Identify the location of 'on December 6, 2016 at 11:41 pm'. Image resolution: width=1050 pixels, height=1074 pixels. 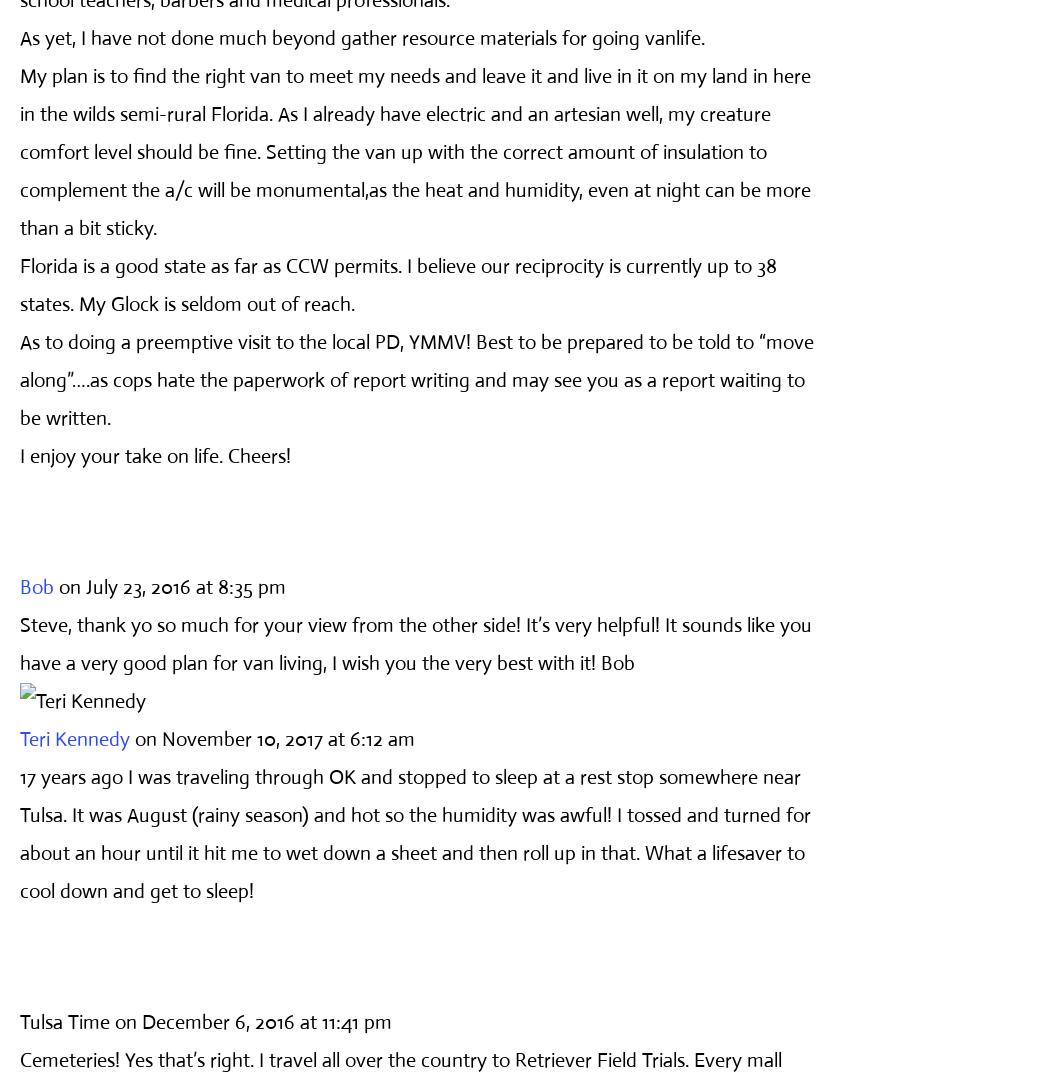
(253, 1021).